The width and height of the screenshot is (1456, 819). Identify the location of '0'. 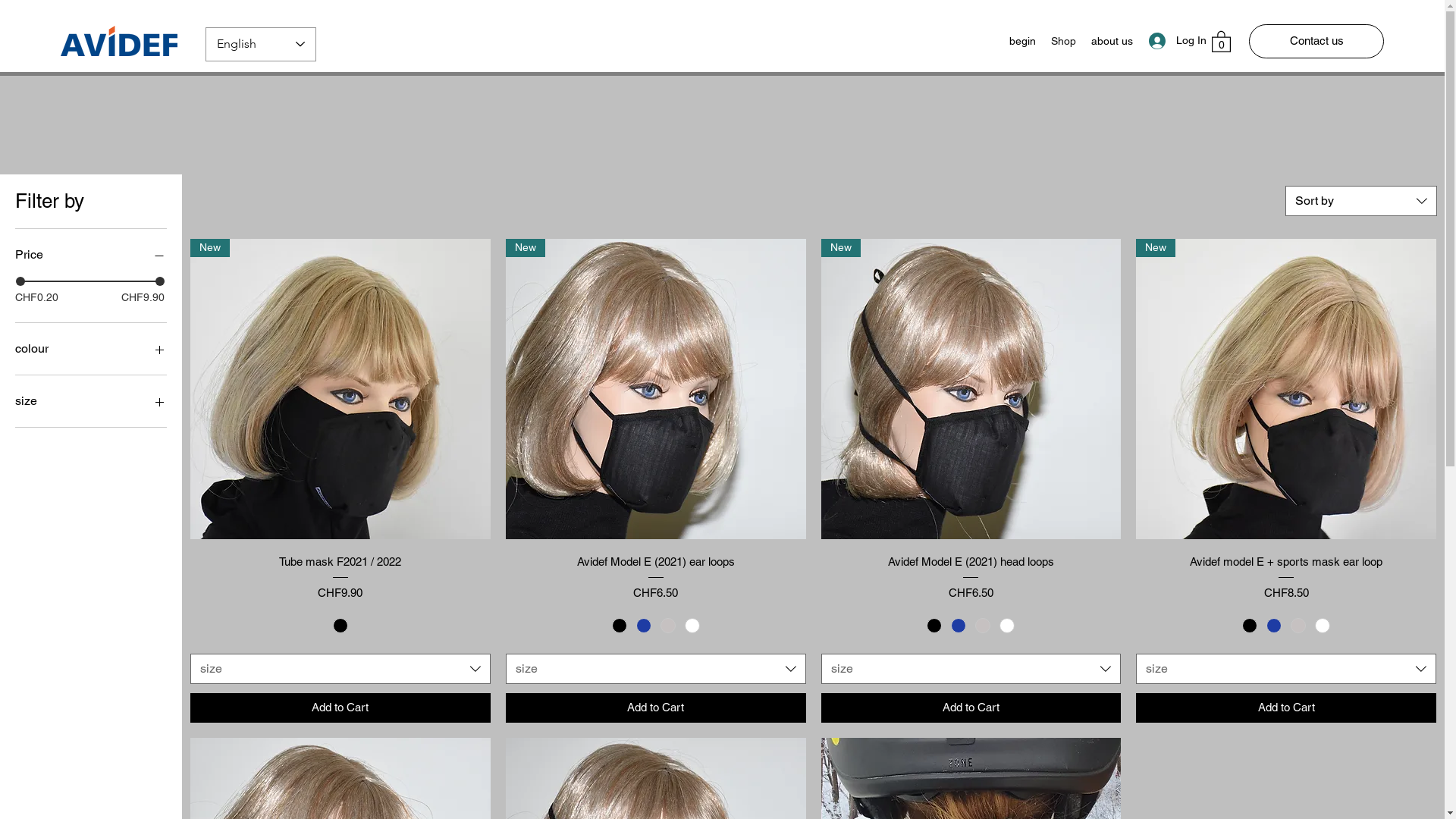
(1221, 40).